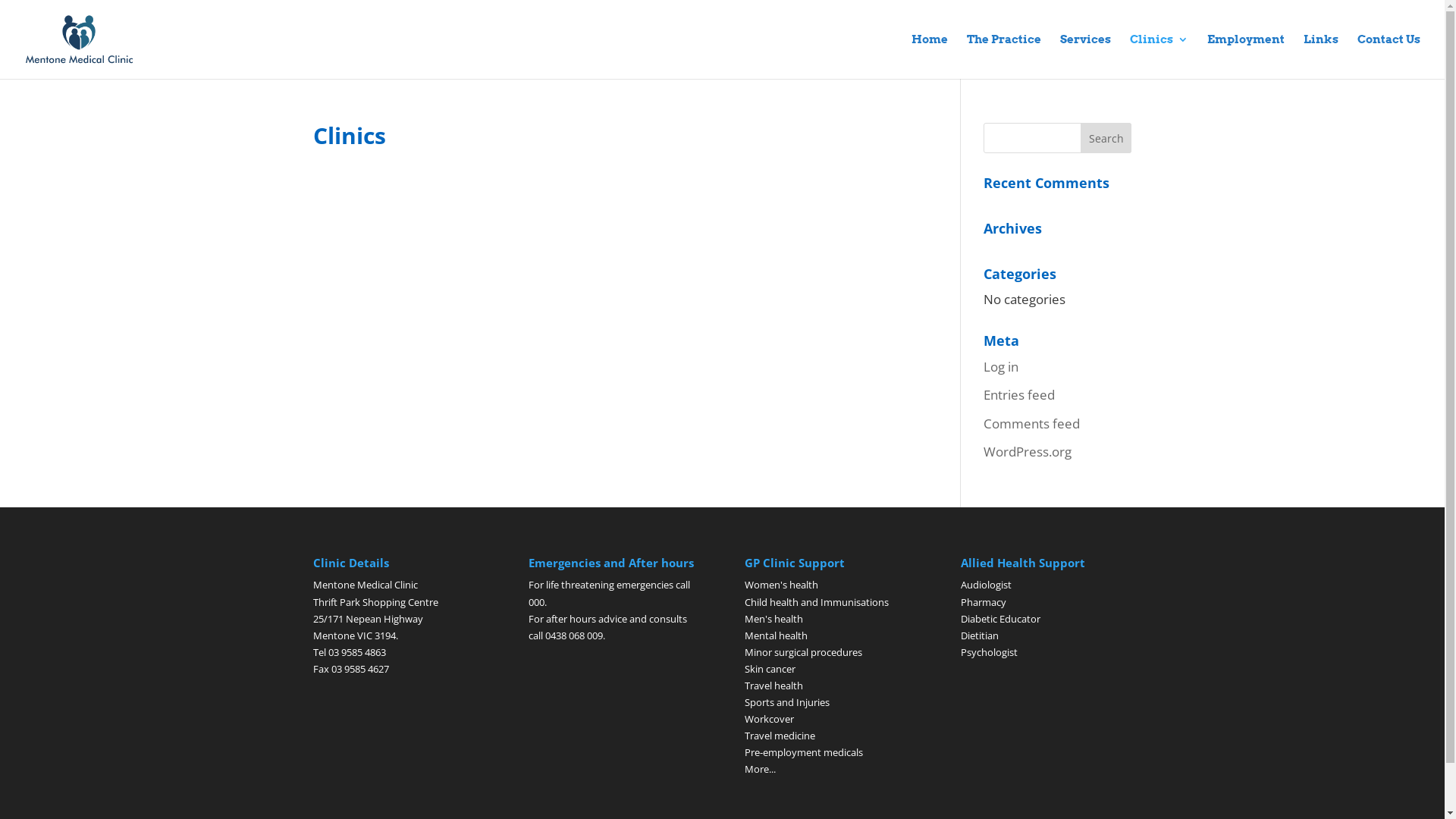  Describe the element at coordinates (1320, 55) in the screenshot. I see `'Links'` at that location.